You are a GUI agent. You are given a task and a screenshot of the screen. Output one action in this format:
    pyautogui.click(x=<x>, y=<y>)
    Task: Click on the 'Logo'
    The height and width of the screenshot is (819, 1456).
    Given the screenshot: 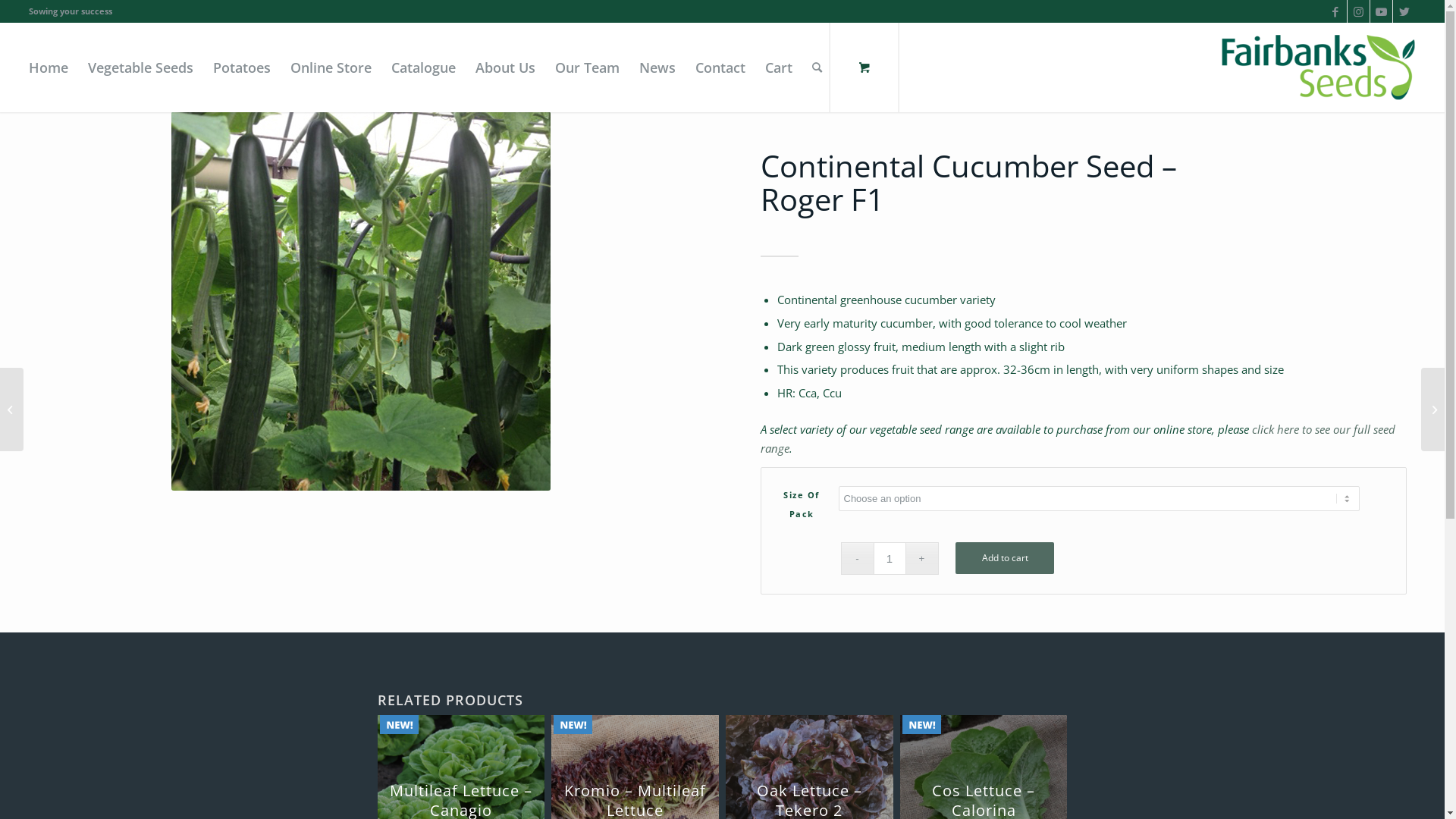 What is the action you would take?
    pyautogui.click(x=1317, y=66)
    